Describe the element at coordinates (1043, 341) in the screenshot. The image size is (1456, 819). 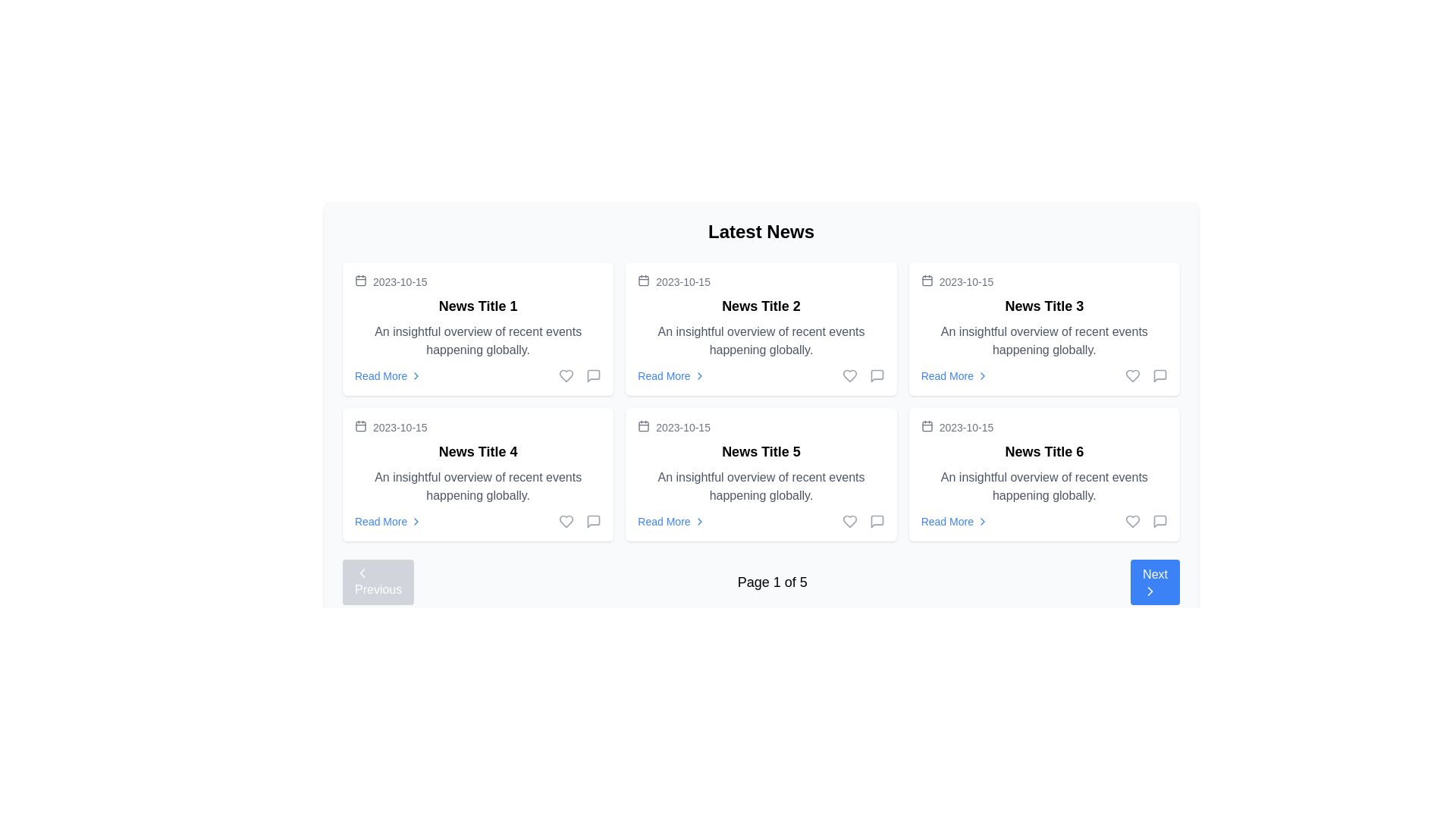
I see `information from the text block located below 'News Title 3' in the upper-right corner of the grid layout` at that location.